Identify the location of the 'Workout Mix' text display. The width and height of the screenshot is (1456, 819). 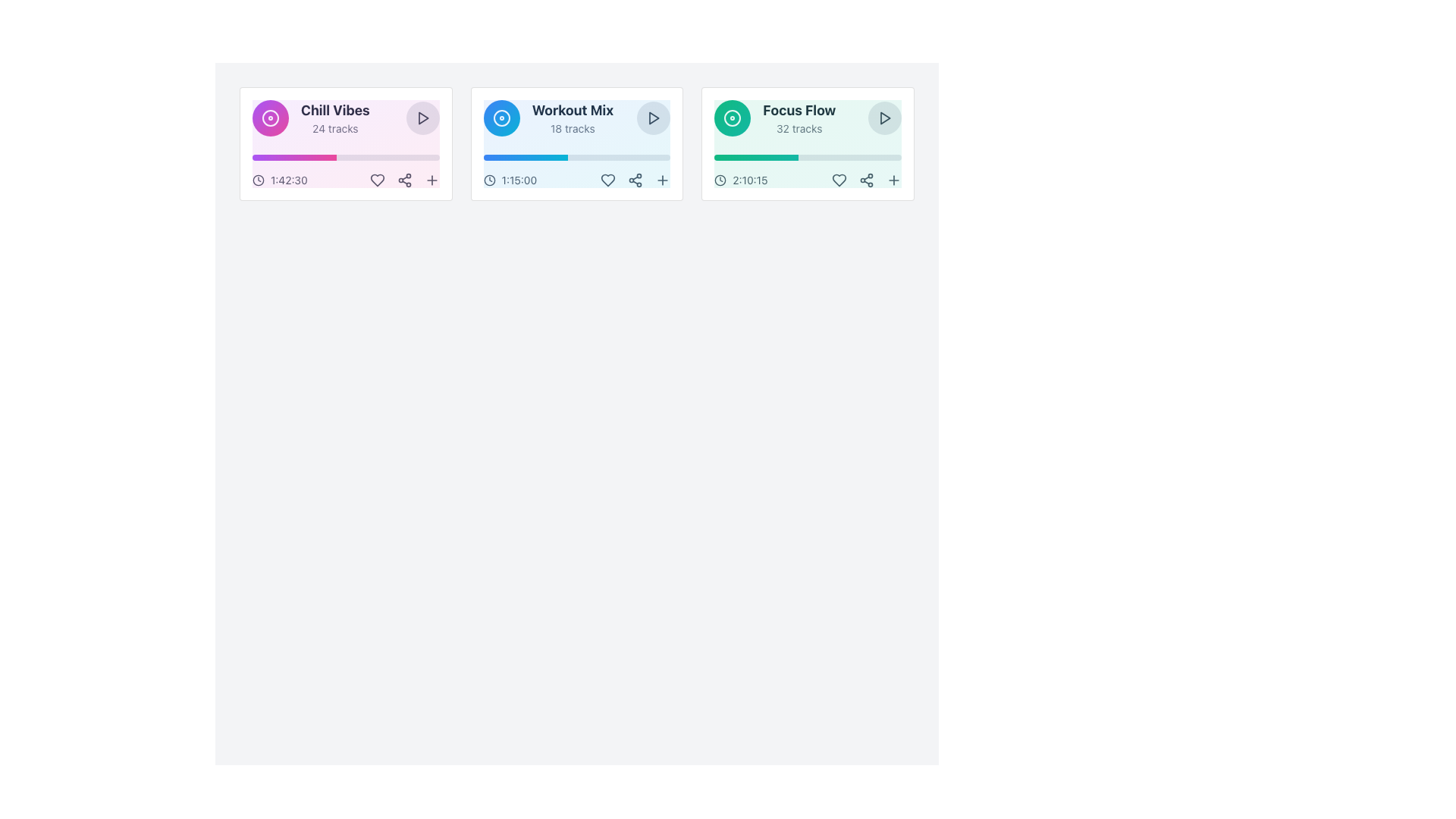
(576, 117).